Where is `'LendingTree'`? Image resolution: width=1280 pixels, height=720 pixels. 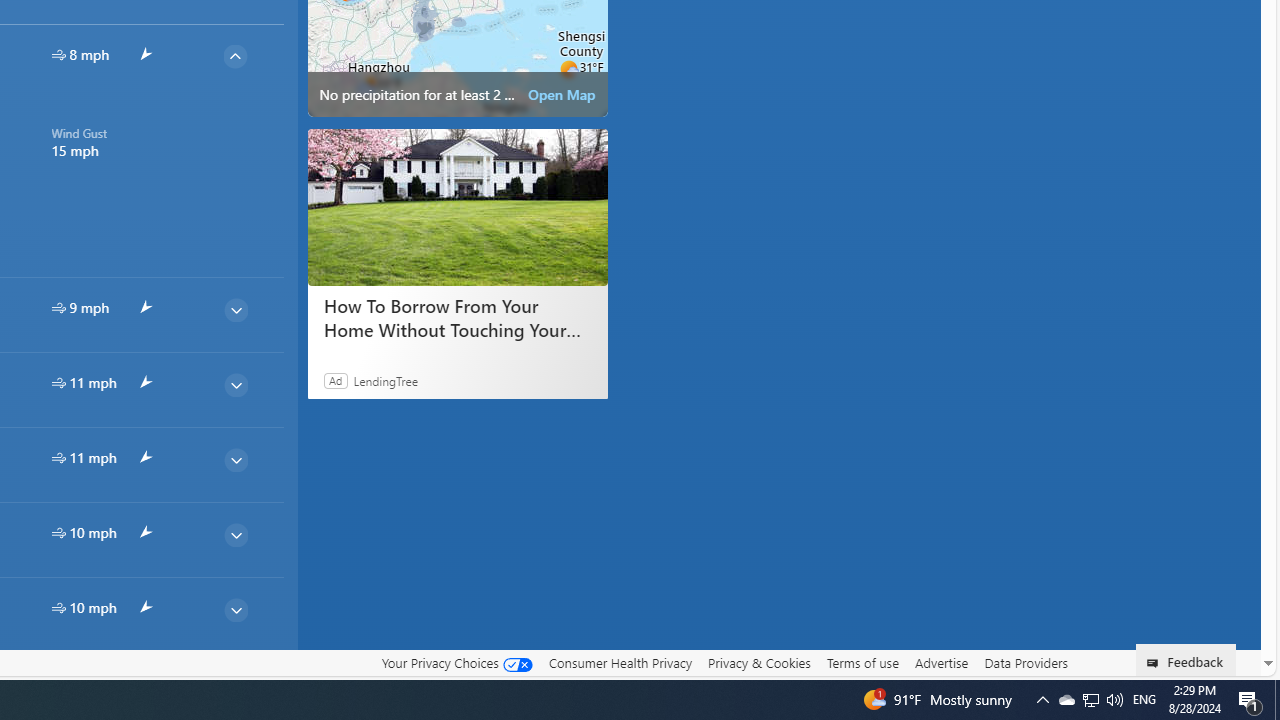
'LendingTree' is located at coordinates (385, 380).